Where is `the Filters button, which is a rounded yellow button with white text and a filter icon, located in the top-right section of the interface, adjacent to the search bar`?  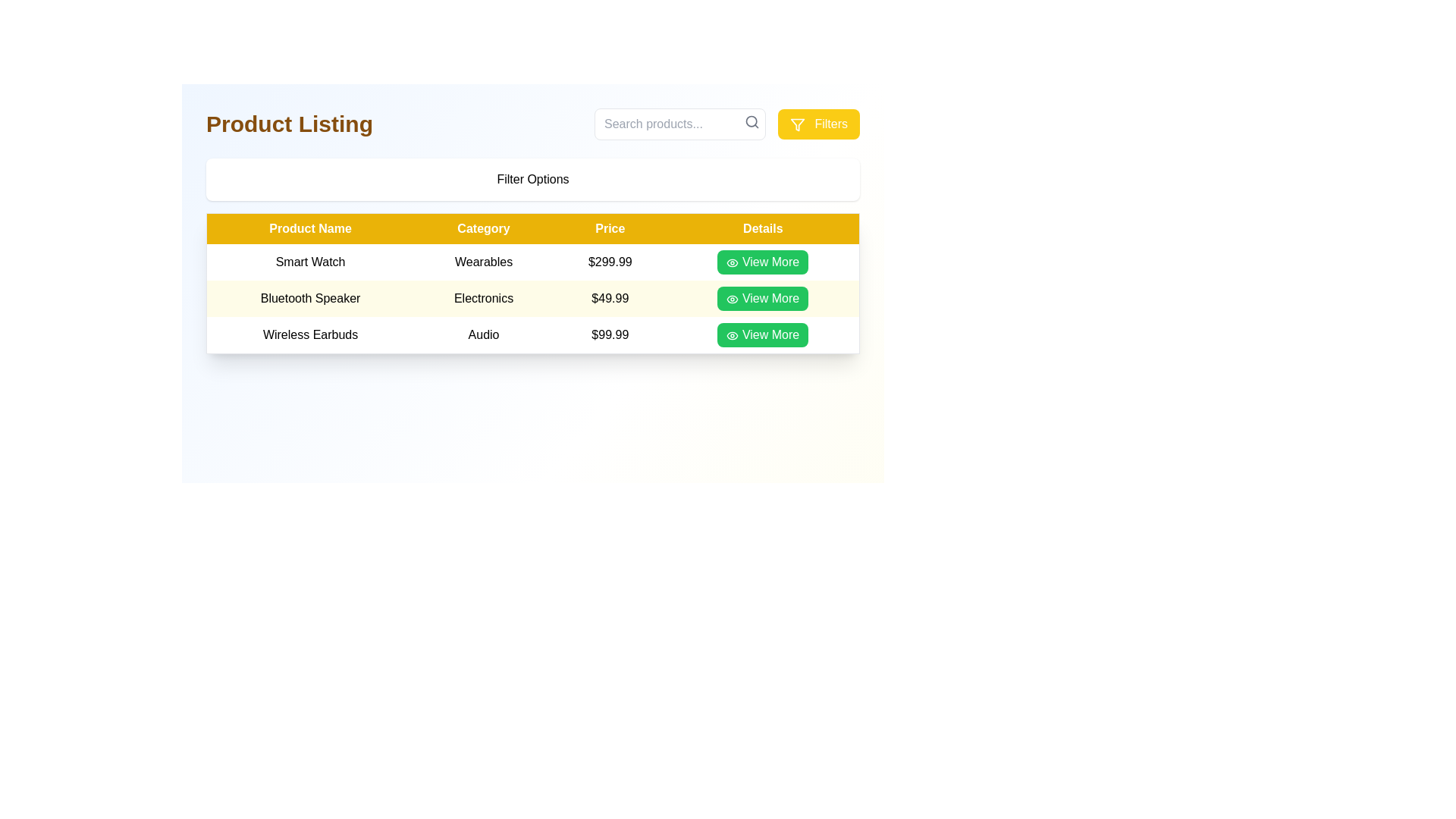 the Filters button, which is a rounded yellow button with white text and a filter icon, located in the top-right section of the interface, adjacent to the search bar is located at coordinates (818, 124).